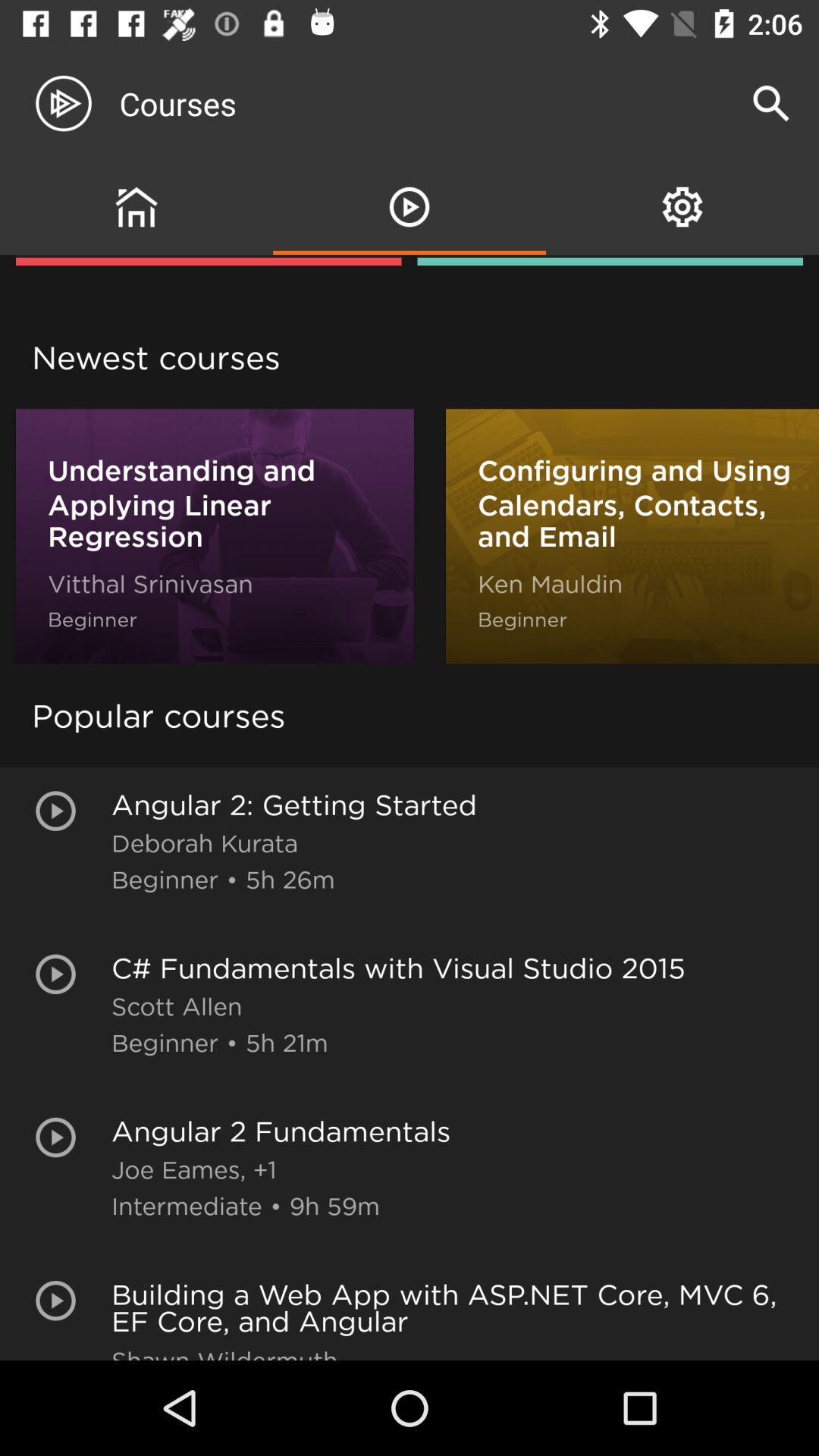 The image size is (819, 1456). What do you see at coordinates (136, 206) in the screenshot?
I see `the group icon` at bounding box center [136, 206].